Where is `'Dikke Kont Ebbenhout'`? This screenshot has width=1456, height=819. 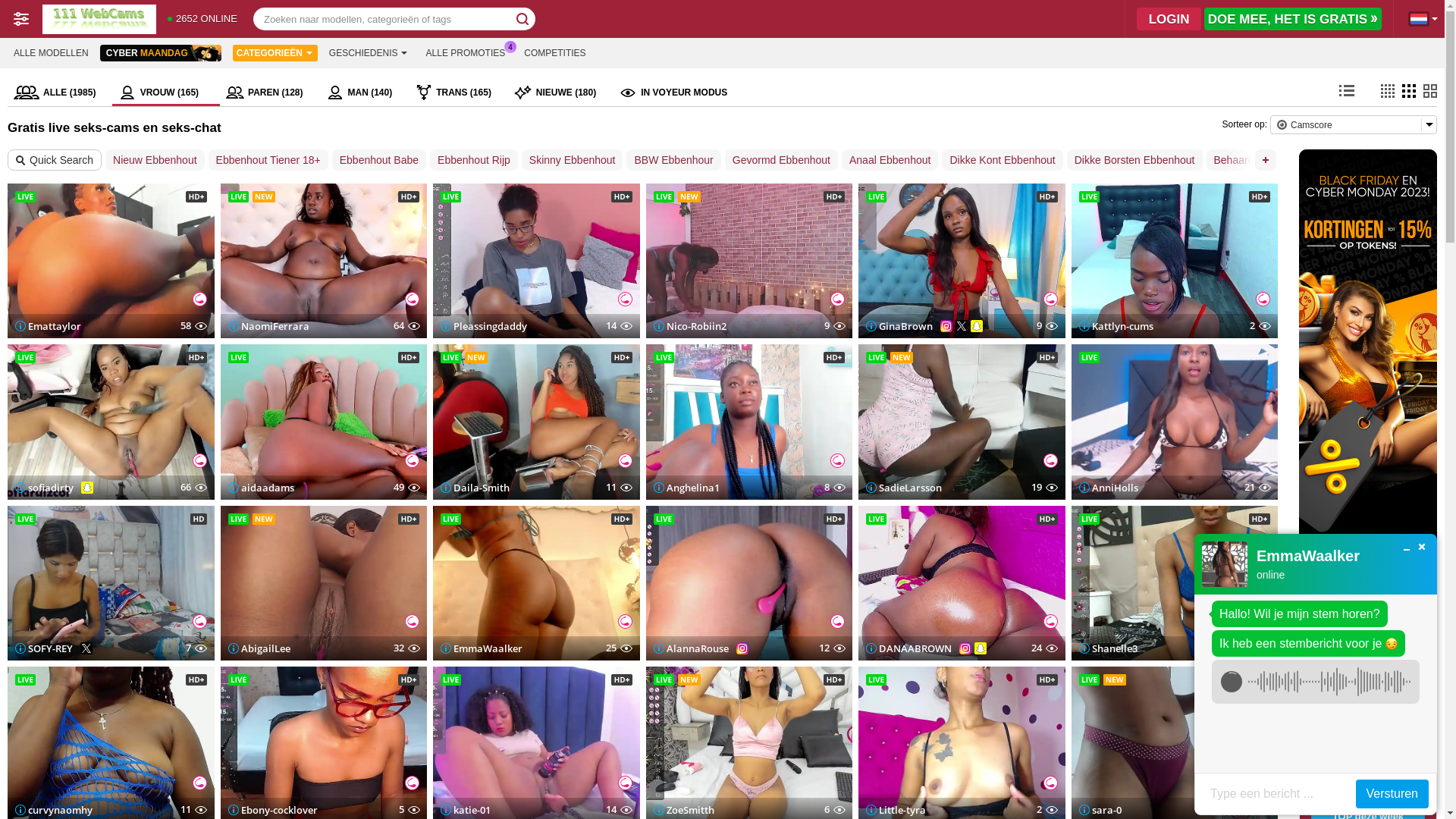 'Dikke Kont Ebbenhout' is located at coordinates (1002, 160).